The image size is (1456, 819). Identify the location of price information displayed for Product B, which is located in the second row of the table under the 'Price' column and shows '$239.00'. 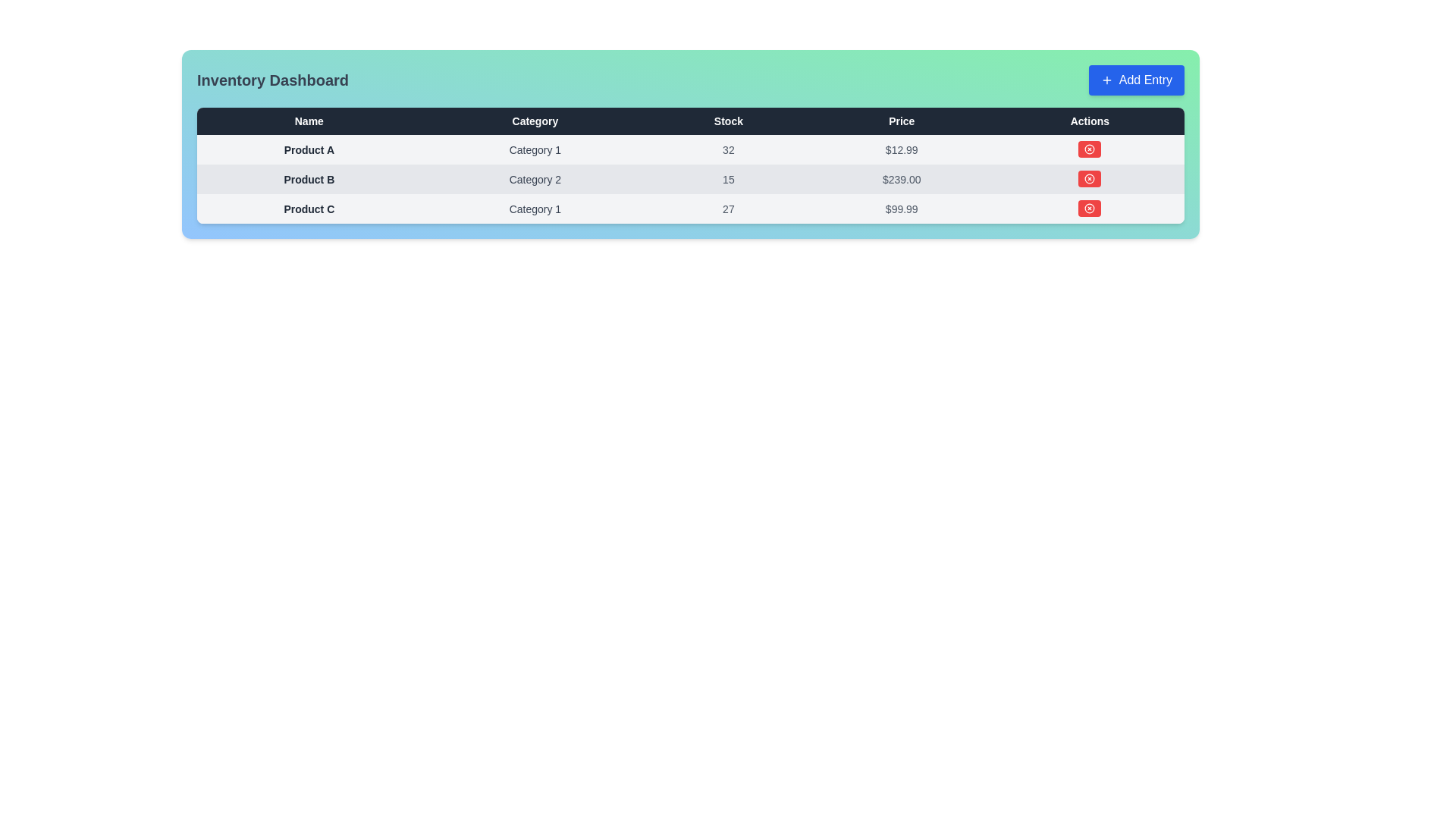
(902, 178).